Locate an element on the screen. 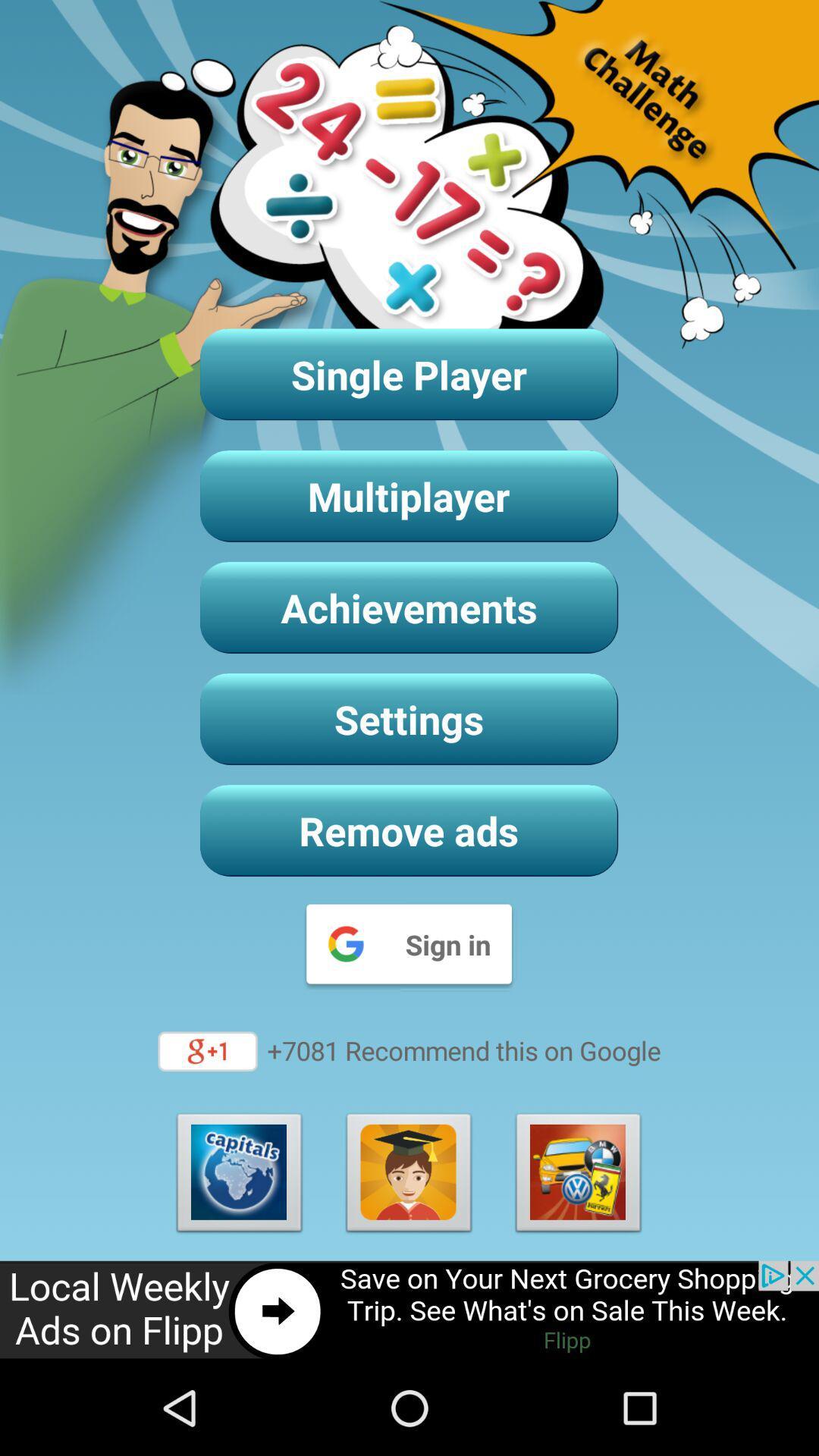  the shop icon is located at coordinates (579, 1260).